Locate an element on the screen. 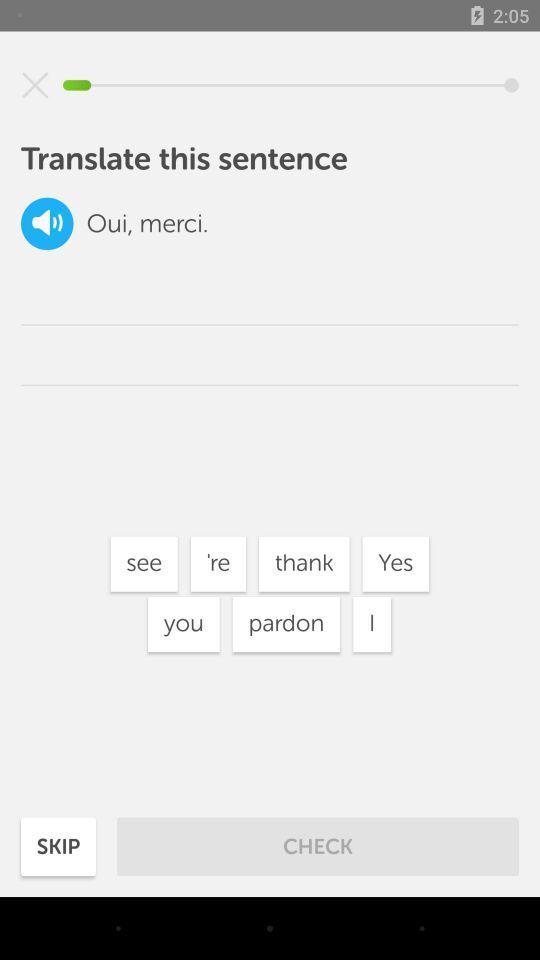 The image size is (540, 960). 're is located at coordinates (217, 564).